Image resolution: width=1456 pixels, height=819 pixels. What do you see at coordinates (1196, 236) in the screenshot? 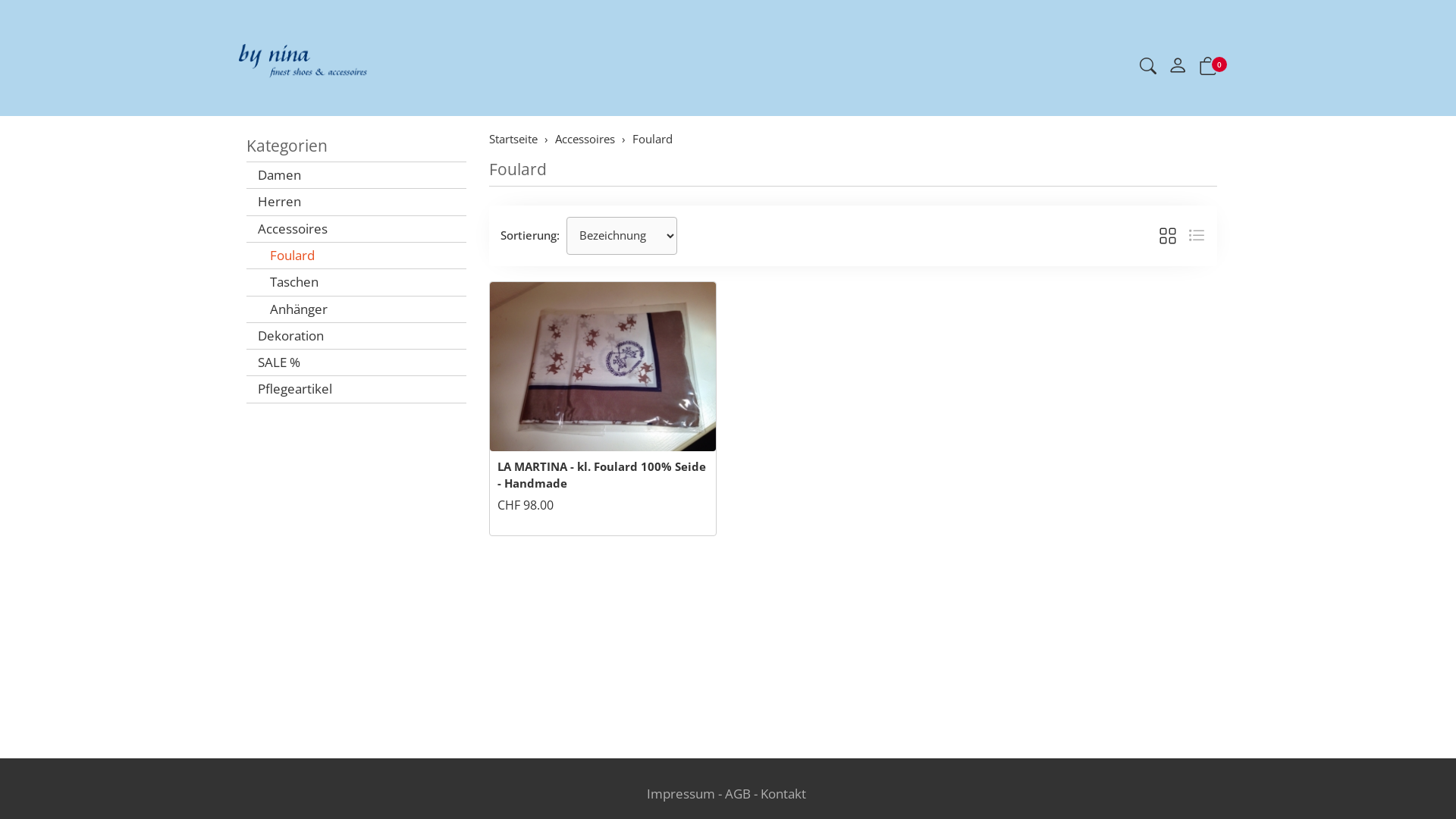
I see `'Listenansicht'` at bounding box center [1196, 236].